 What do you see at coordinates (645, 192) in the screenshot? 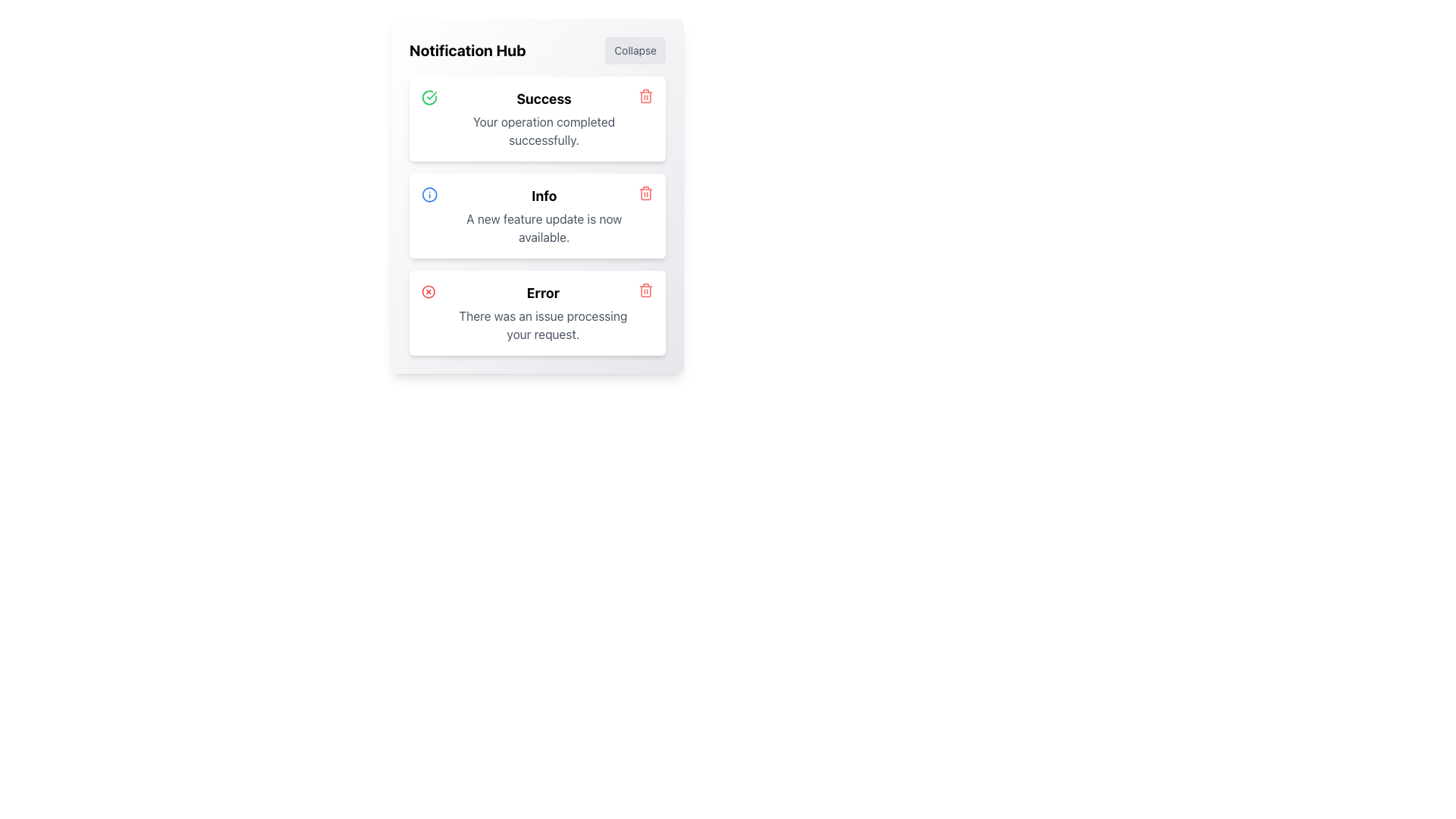
I see `the delete button located in the top-right corner of the notification card labeled 'Info'` at bounding box center [645, 192].